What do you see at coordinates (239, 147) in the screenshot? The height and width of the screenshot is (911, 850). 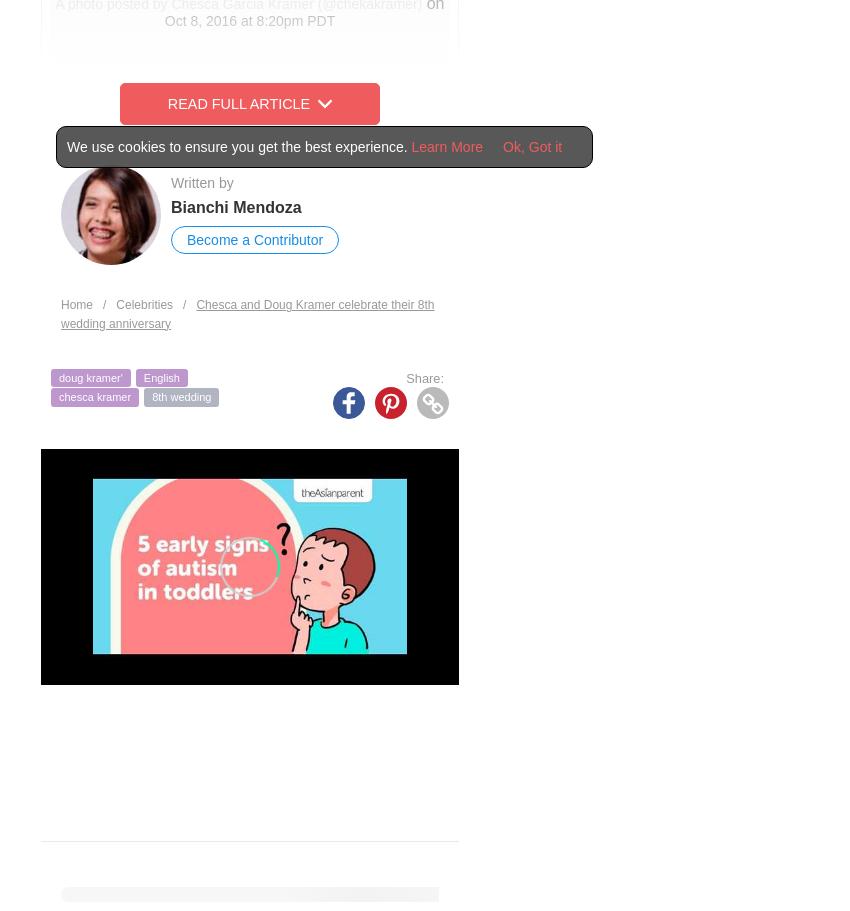 I see `'We use cookies to ensure you get the best experience.'` at bounding box center [239, 147].